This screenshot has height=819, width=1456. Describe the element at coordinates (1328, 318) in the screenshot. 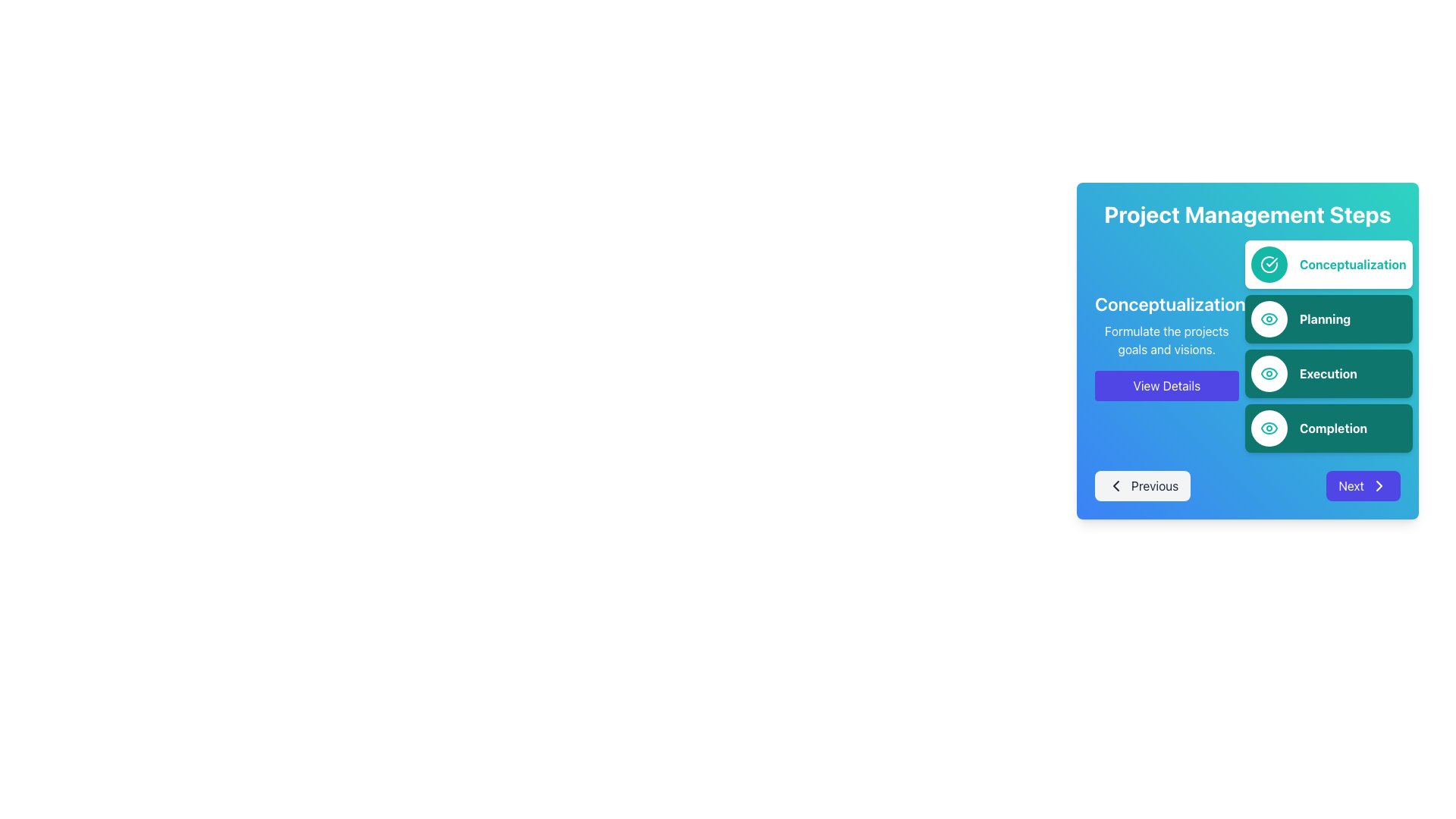

I see `the 'Planning' button with a teal background and an eyeball icon` at that location.